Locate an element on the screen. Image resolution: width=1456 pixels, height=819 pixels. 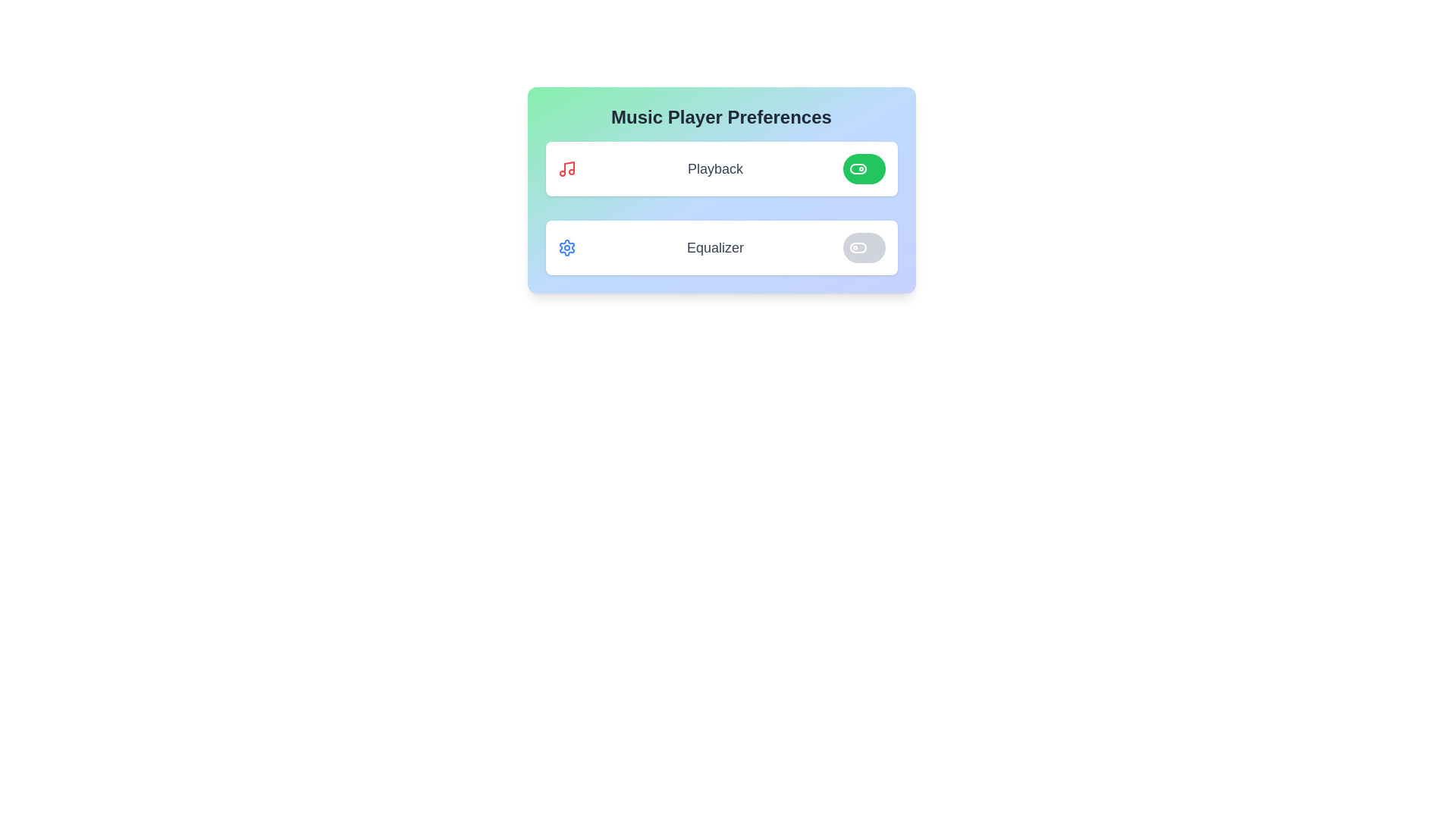
the toggle switch for the 'Equalizer' setting in the 'Music Player Preferences' section is located at coordinates (858, 247).